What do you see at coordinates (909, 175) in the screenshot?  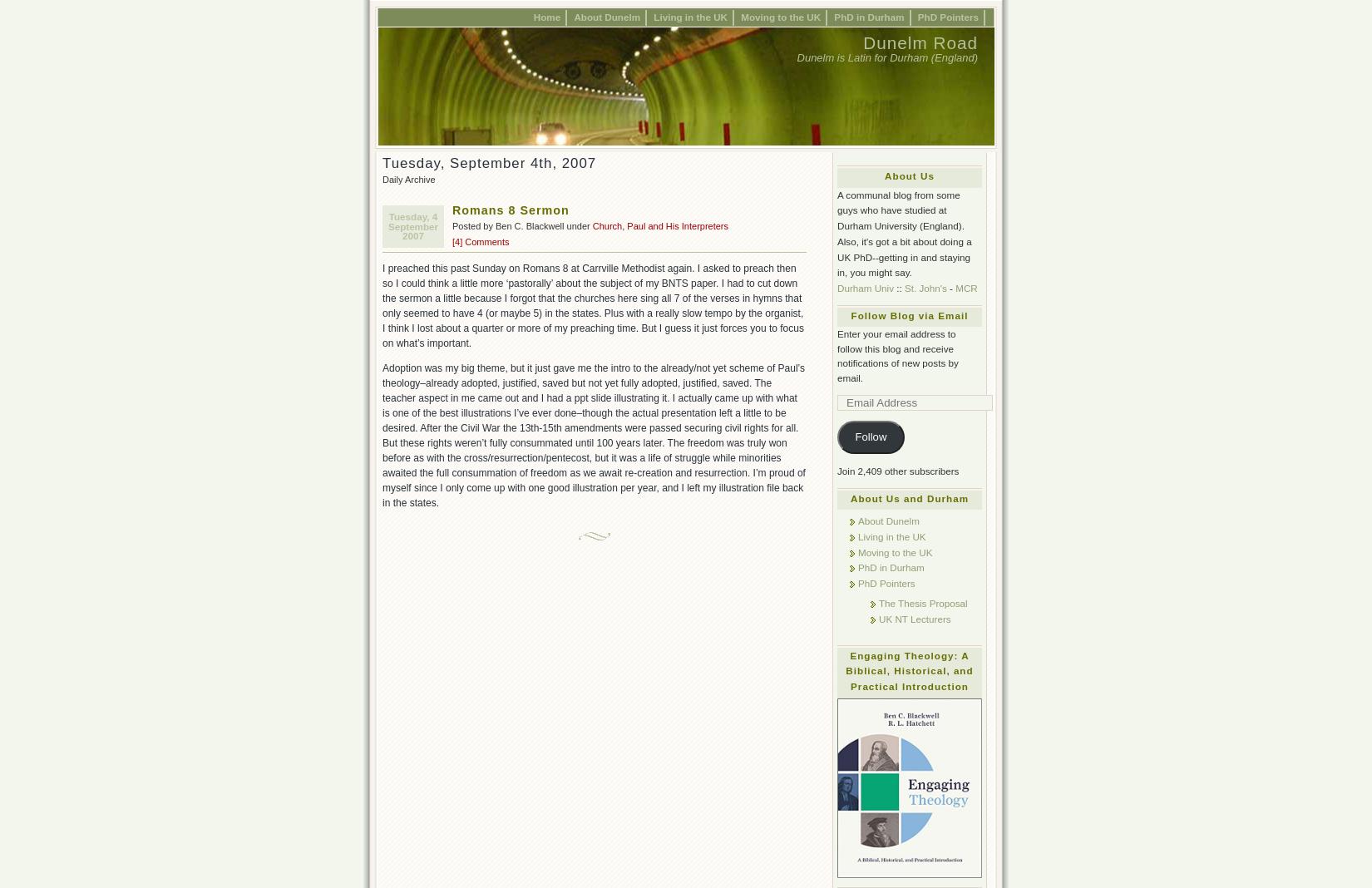 I see `'About Us'` at bounding box center [909, 175].